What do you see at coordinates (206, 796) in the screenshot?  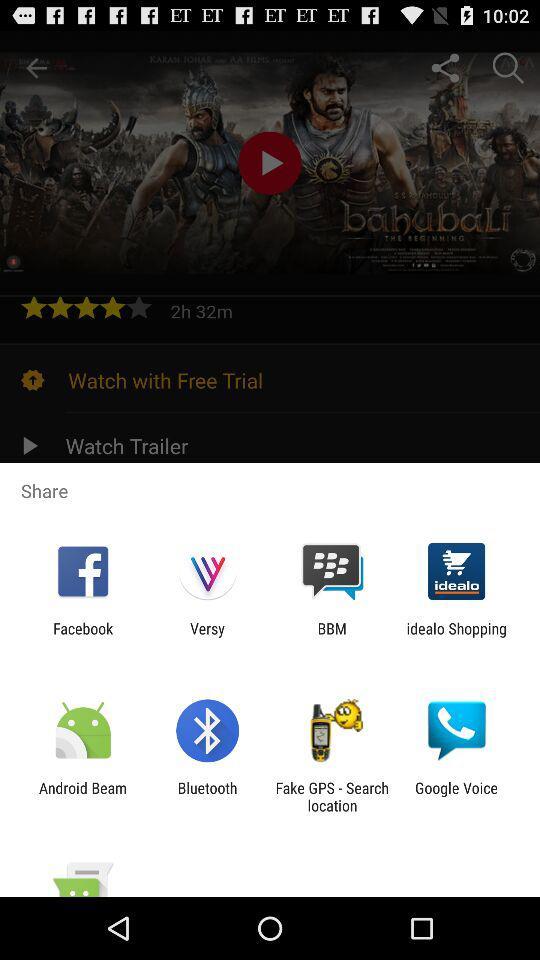 I see `item to the right of the android beam item` at bounding box center [206, 796].